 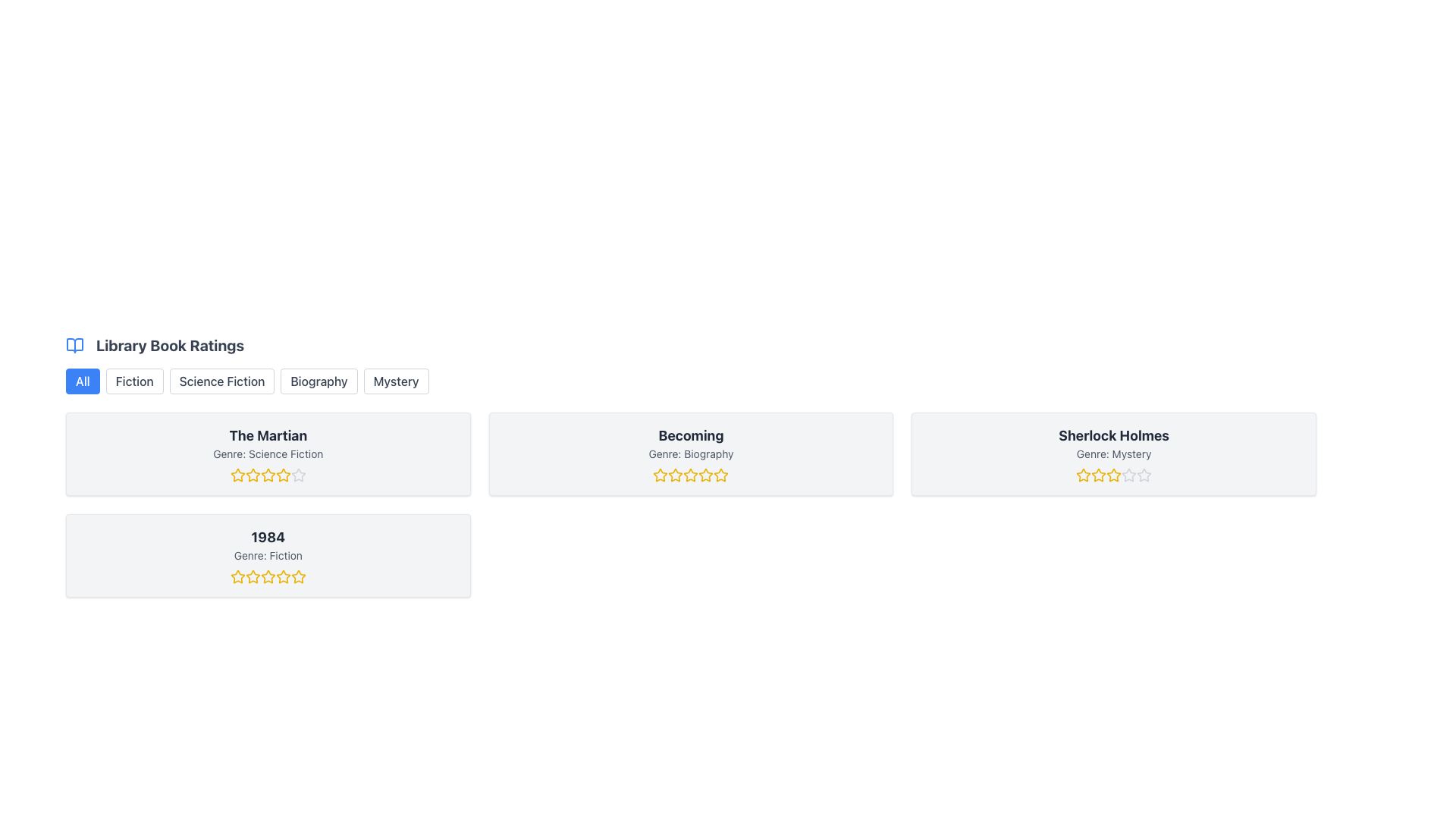 What do you see at coordinates (720, 474) in the screenshot?
I see `the third rating star in the five-star rating system located below the 'Becoming' book card in the Biography section` at bounding box center [720, 474].